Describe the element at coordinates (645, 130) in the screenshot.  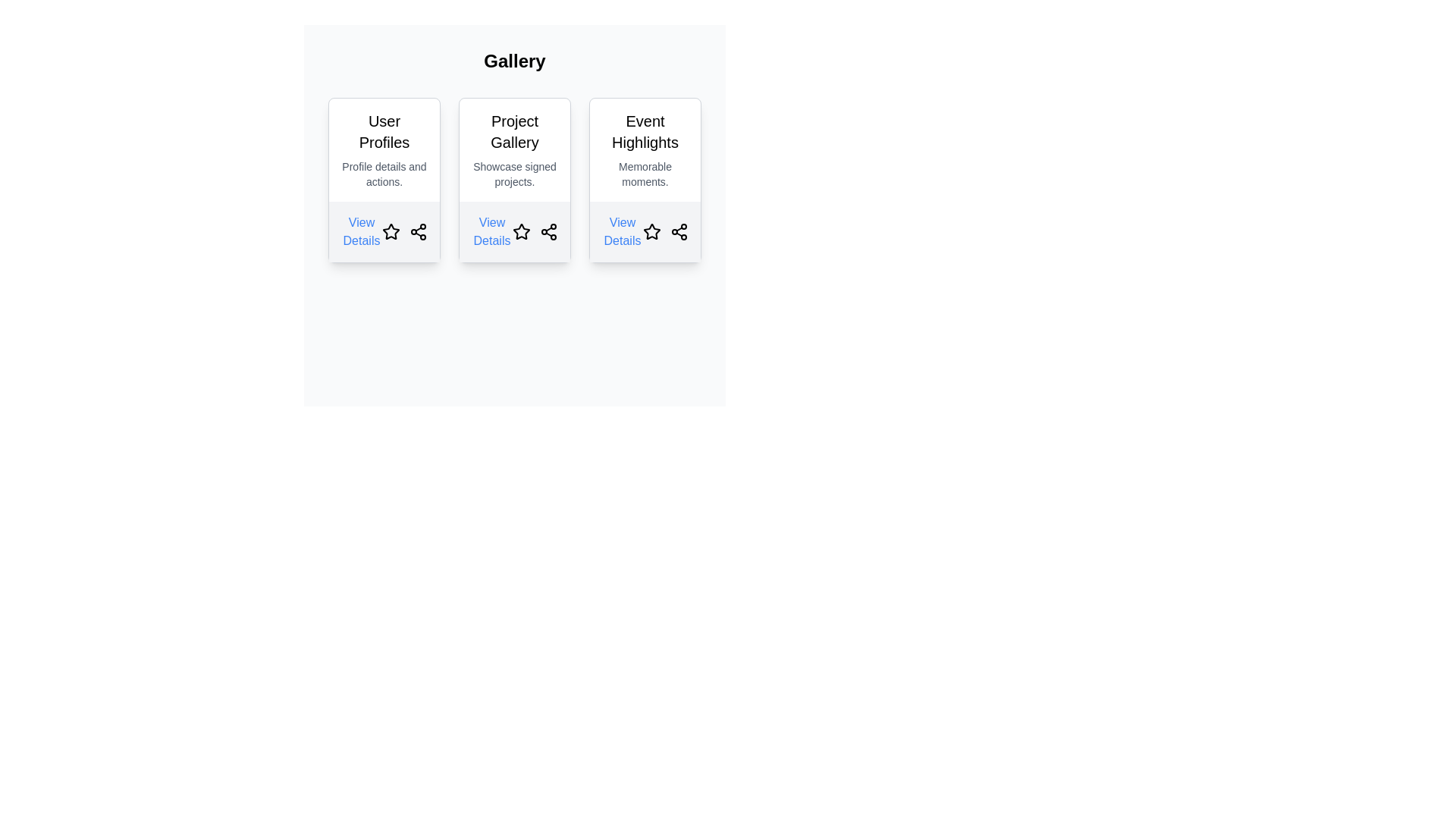
I see `the 'Event Highlights' text label at the top of the rightmost card` at that location.